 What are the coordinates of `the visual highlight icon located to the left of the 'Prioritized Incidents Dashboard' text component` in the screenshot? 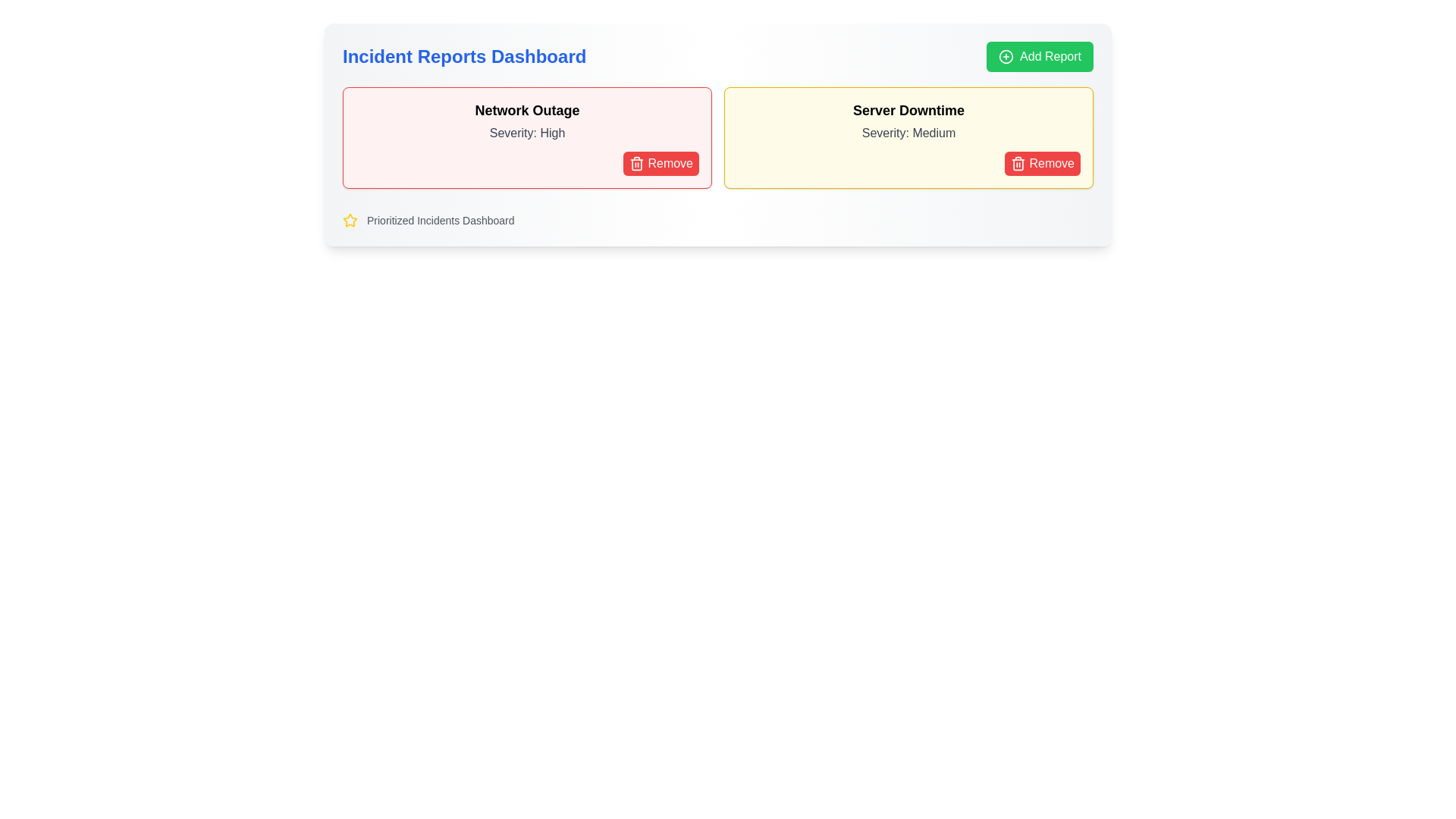 It's located at (349, 220).